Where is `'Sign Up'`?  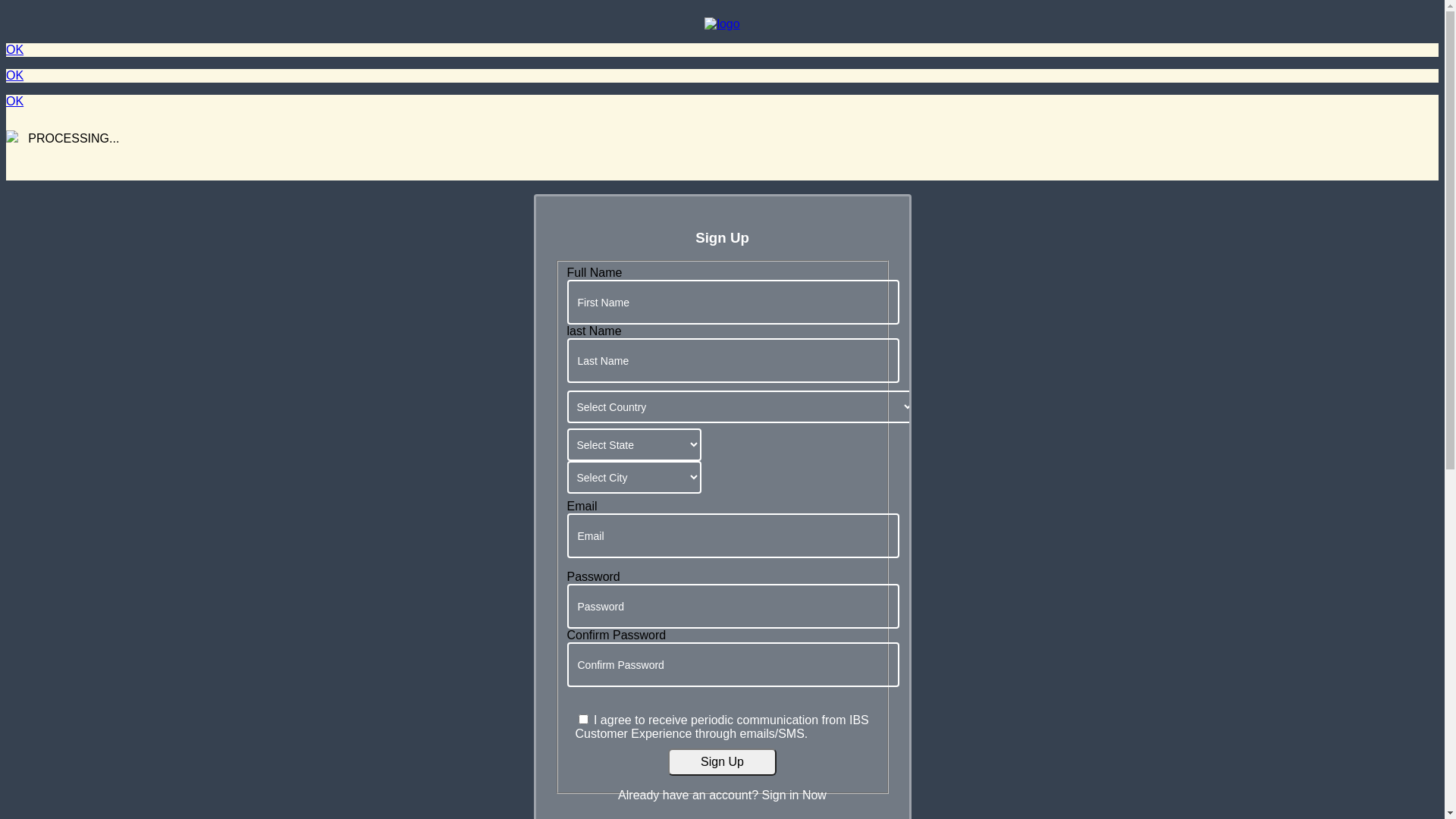 'Sign Up' is located at coordinates (721, 762).